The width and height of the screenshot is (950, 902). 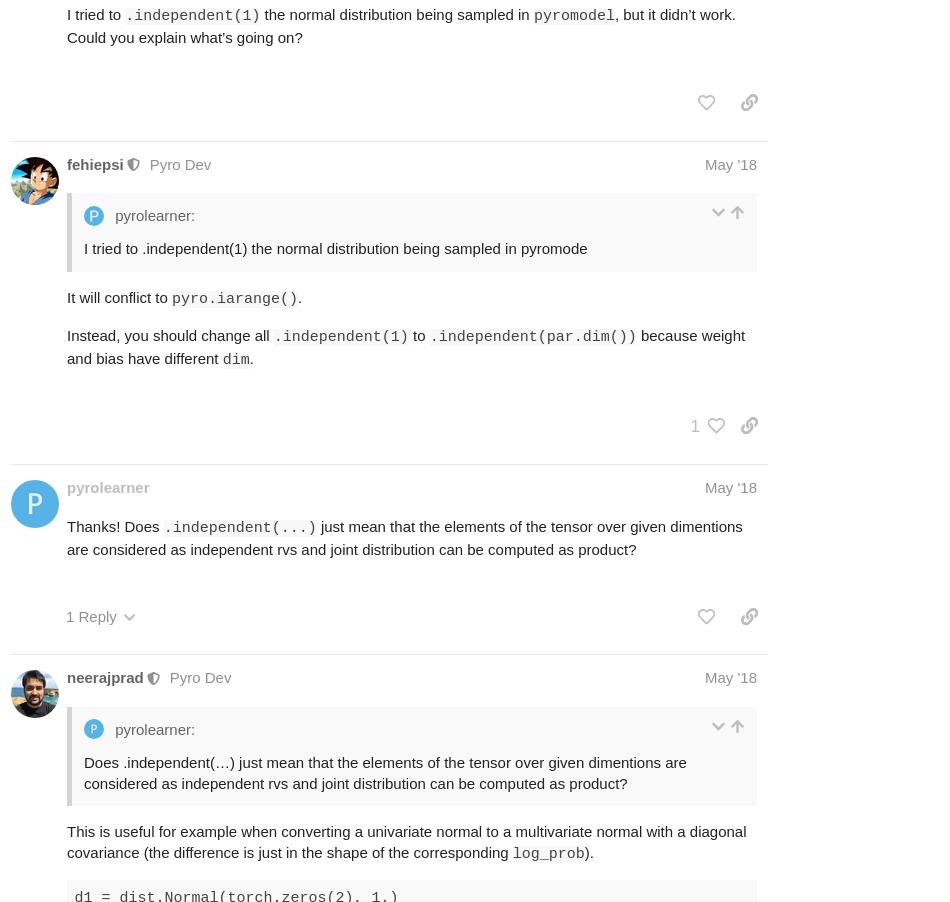 What do you see at coordinates (399, 23) in the screenshot?
I see `', but it didn’t work. Could you explain what’s going on?'` at bounding box center [399, 23].